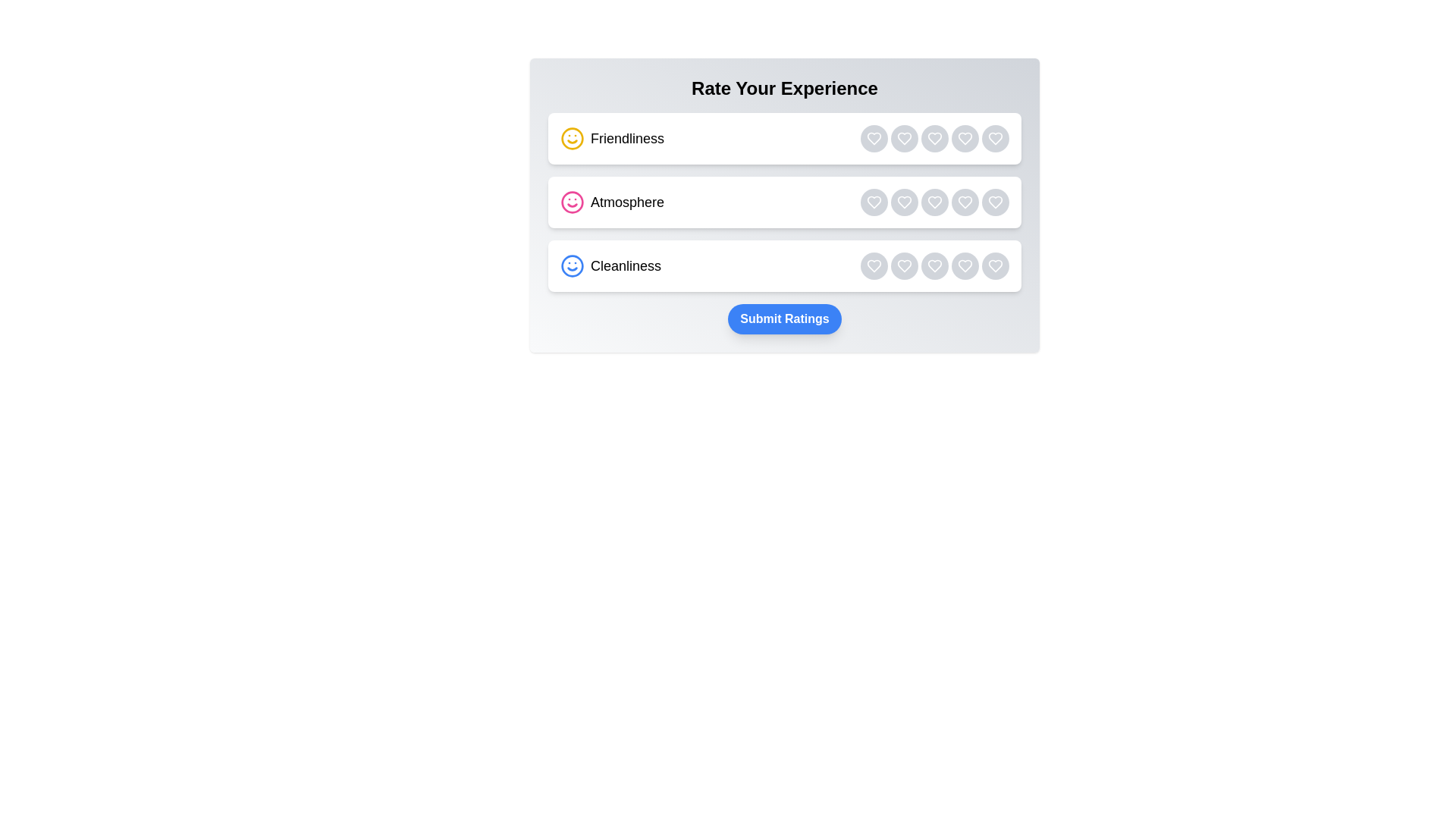 This screenshot has height=819, width=1456. What do you see at coordinates (934, 201) in the screenshot?
I see `the rating button for category Atmosphere with rating 3` at bounding box center [934, 201].